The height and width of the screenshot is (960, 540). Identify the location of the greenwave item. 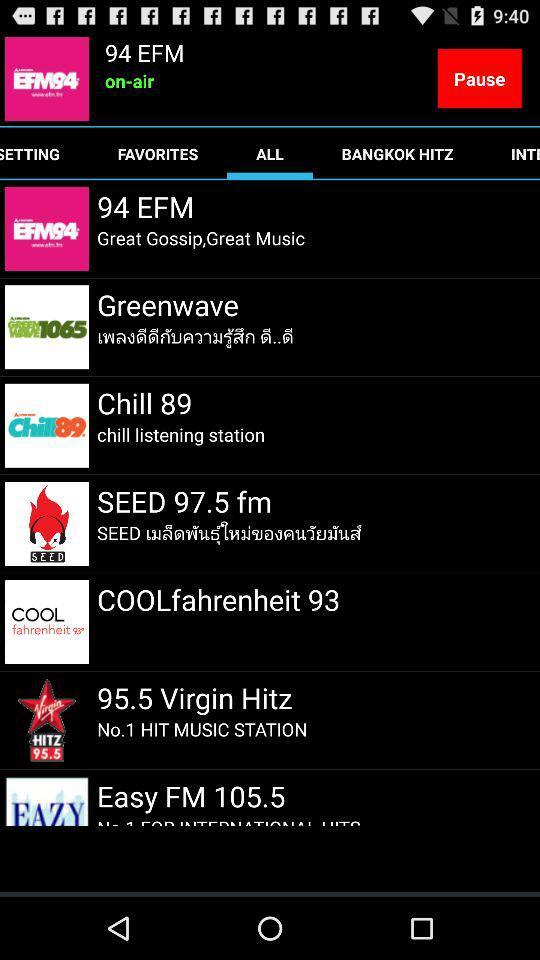
(166, 304).